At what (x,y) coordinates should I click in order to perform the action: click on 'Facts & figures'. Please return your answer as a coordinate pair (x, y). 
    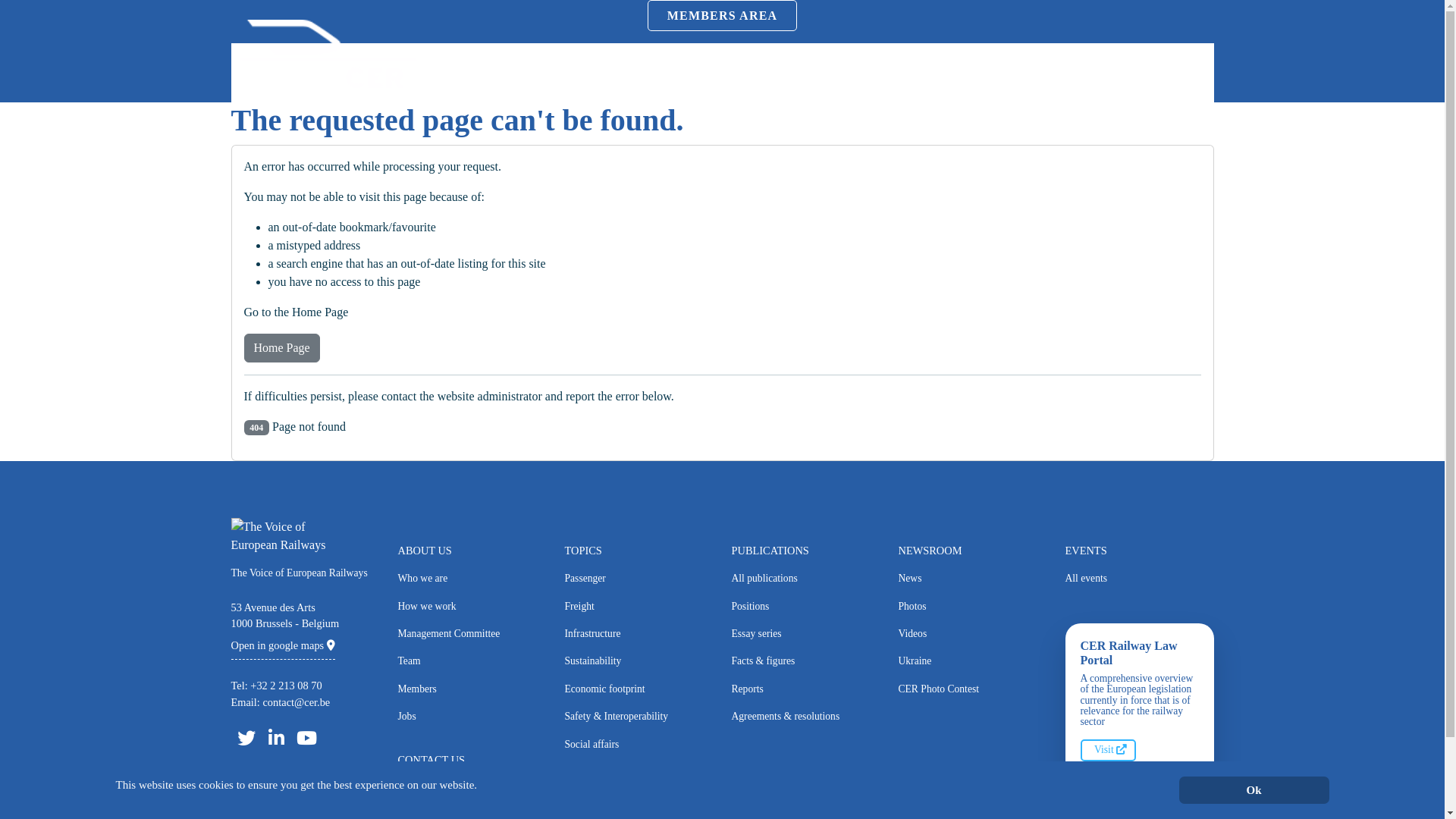
    Looking at the image, I should click on (731, 660).